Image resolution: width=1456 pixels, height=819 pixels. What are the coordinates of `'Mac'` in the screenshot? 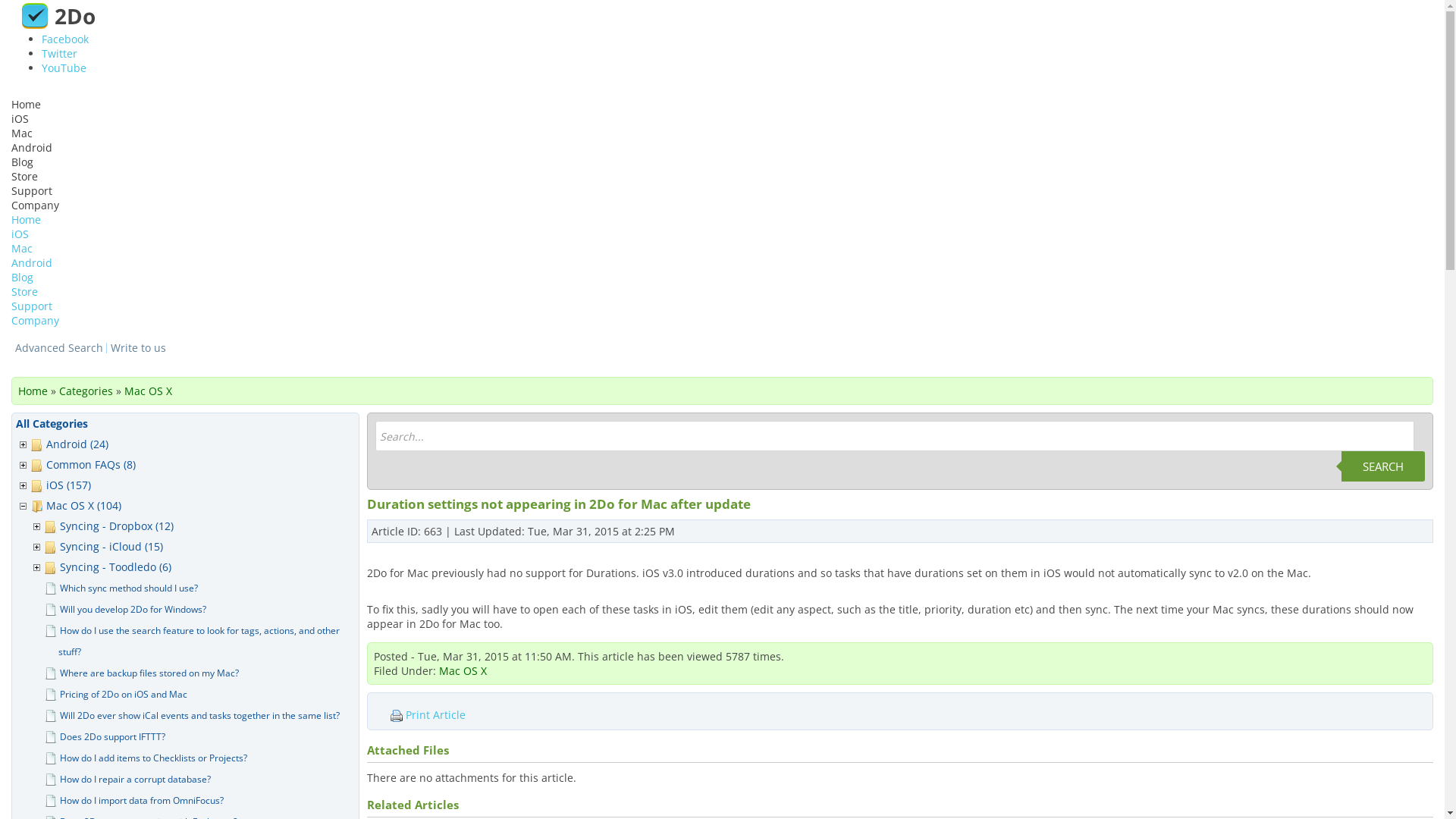 It's located at (11, 247).